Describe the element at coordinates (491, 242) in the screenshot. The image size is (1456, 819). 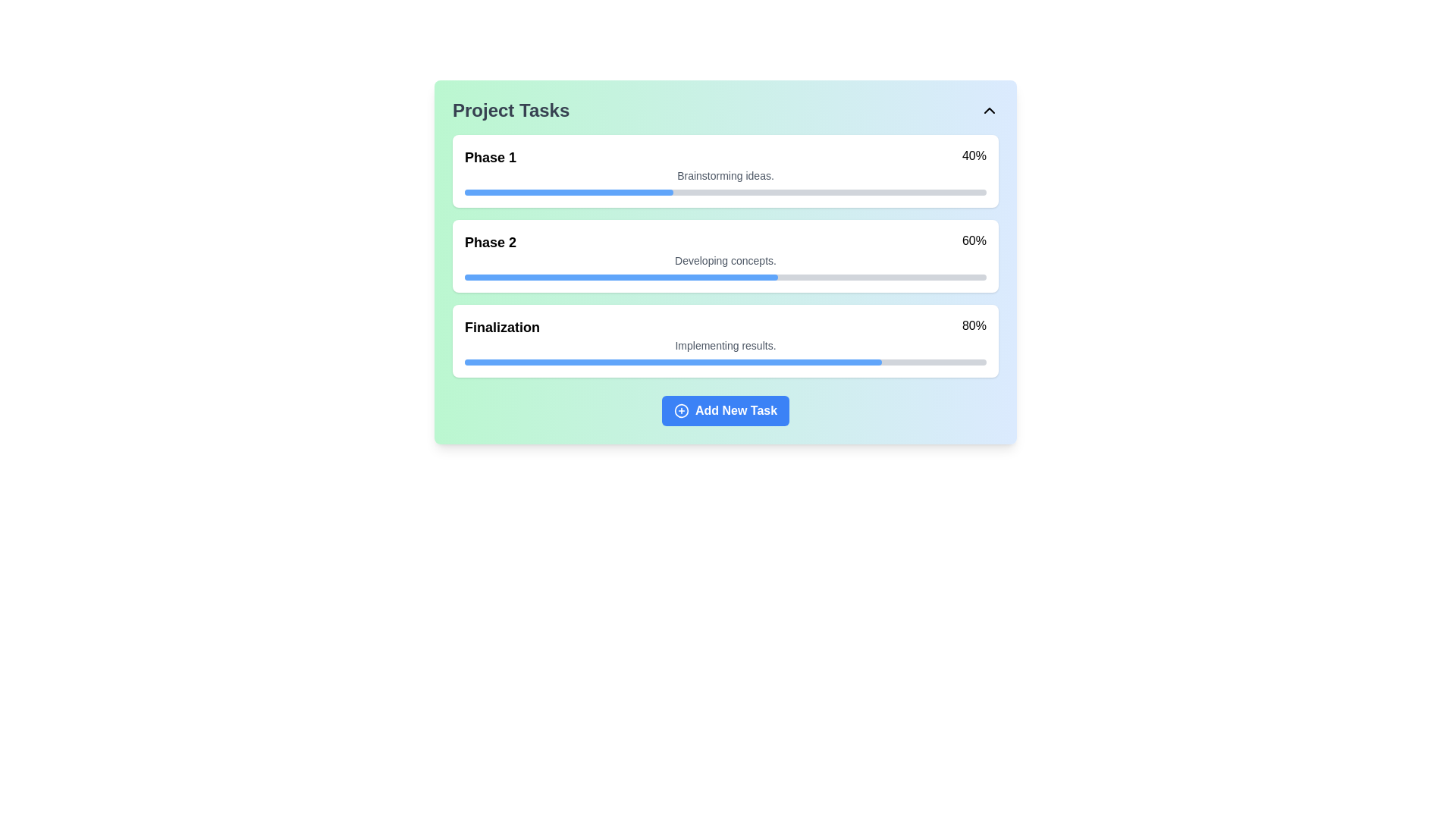
I see `the header text label that identifies the second phase of the project tasks, located above the blue progress bar and to the left of the '60%' percentage value` at that location.